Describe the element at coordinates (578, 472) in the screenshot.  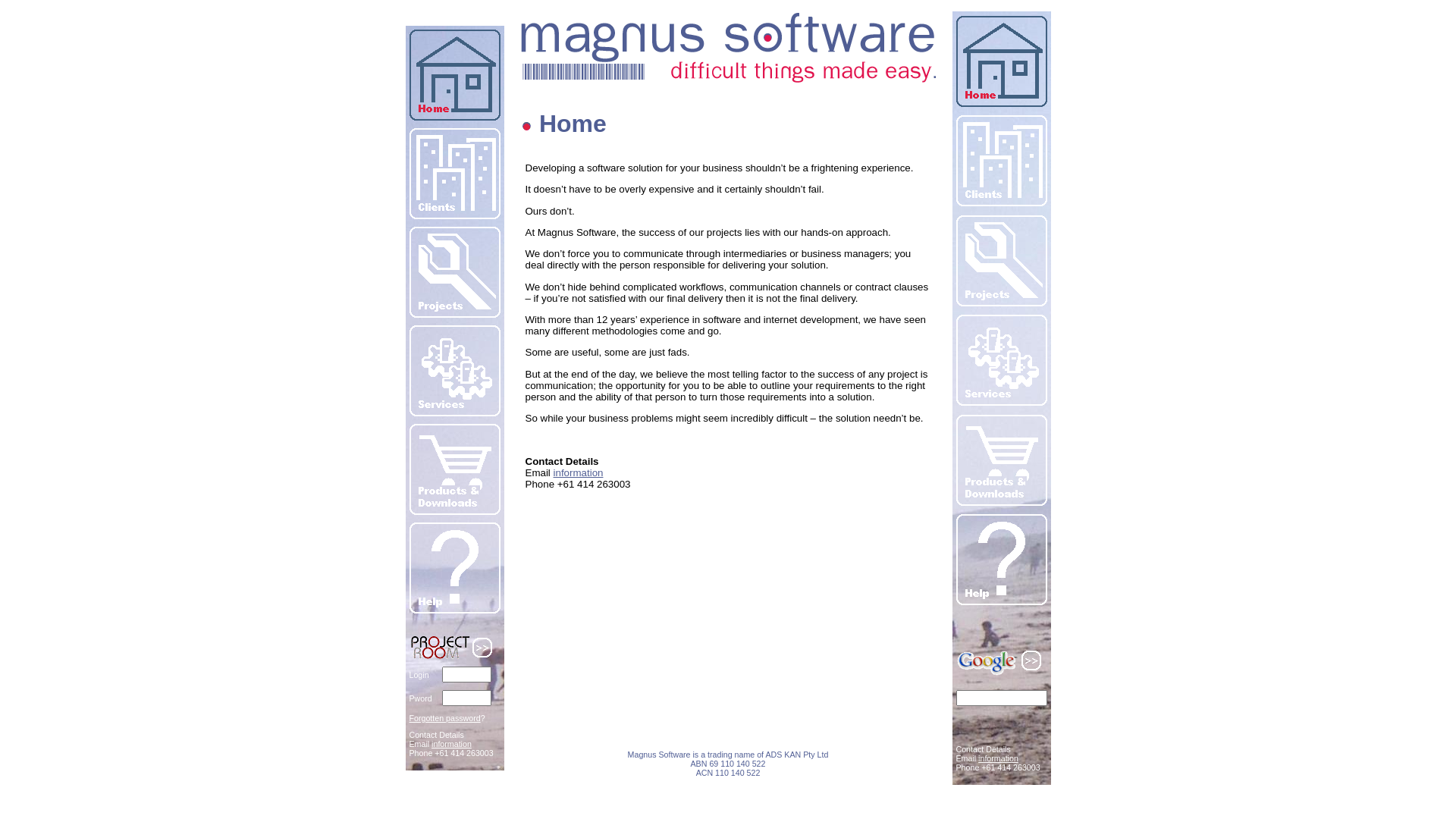
I see `'information'` at that location.